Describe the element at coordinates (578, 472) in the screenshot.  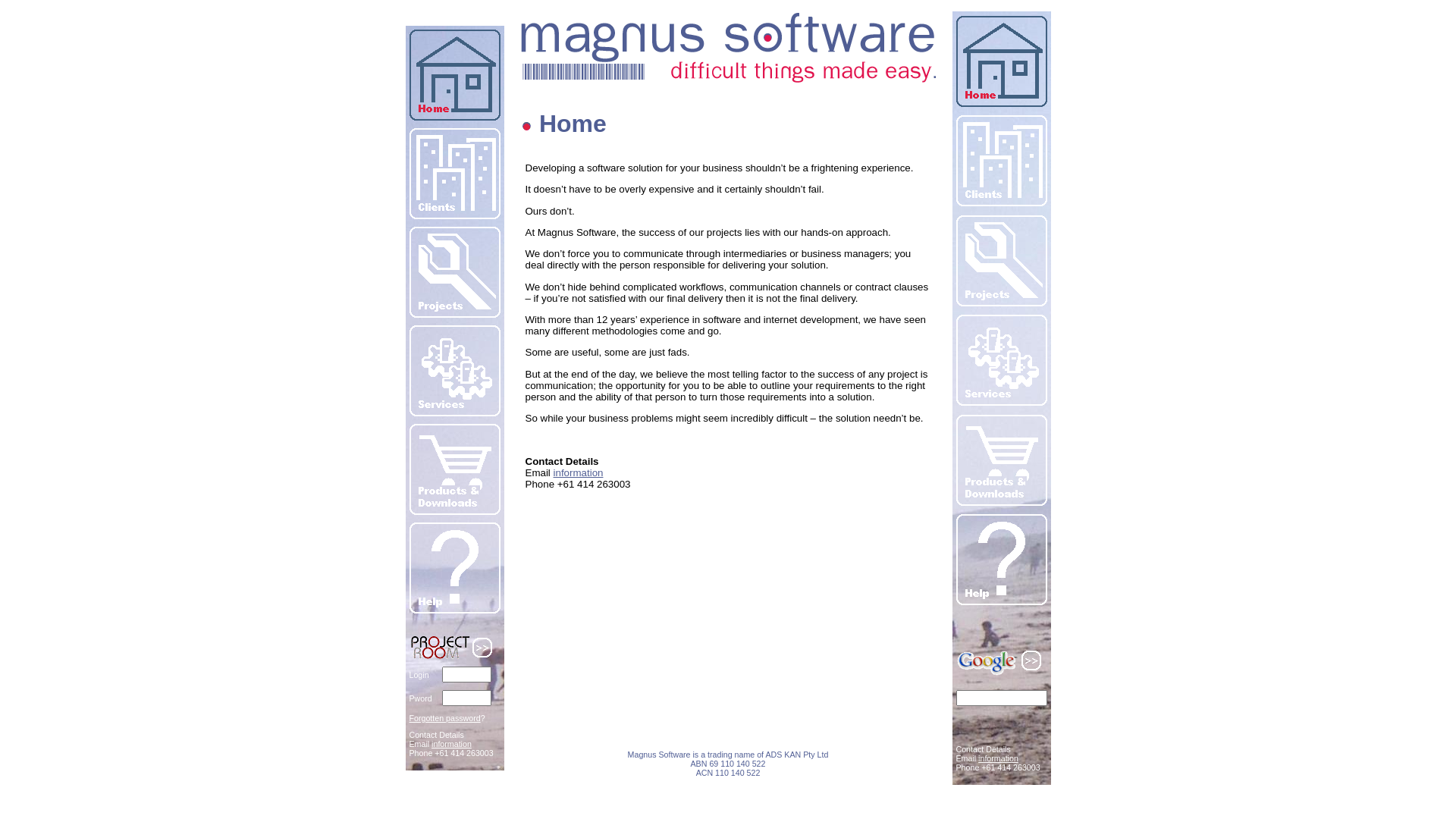
I see `'information'` at that location.